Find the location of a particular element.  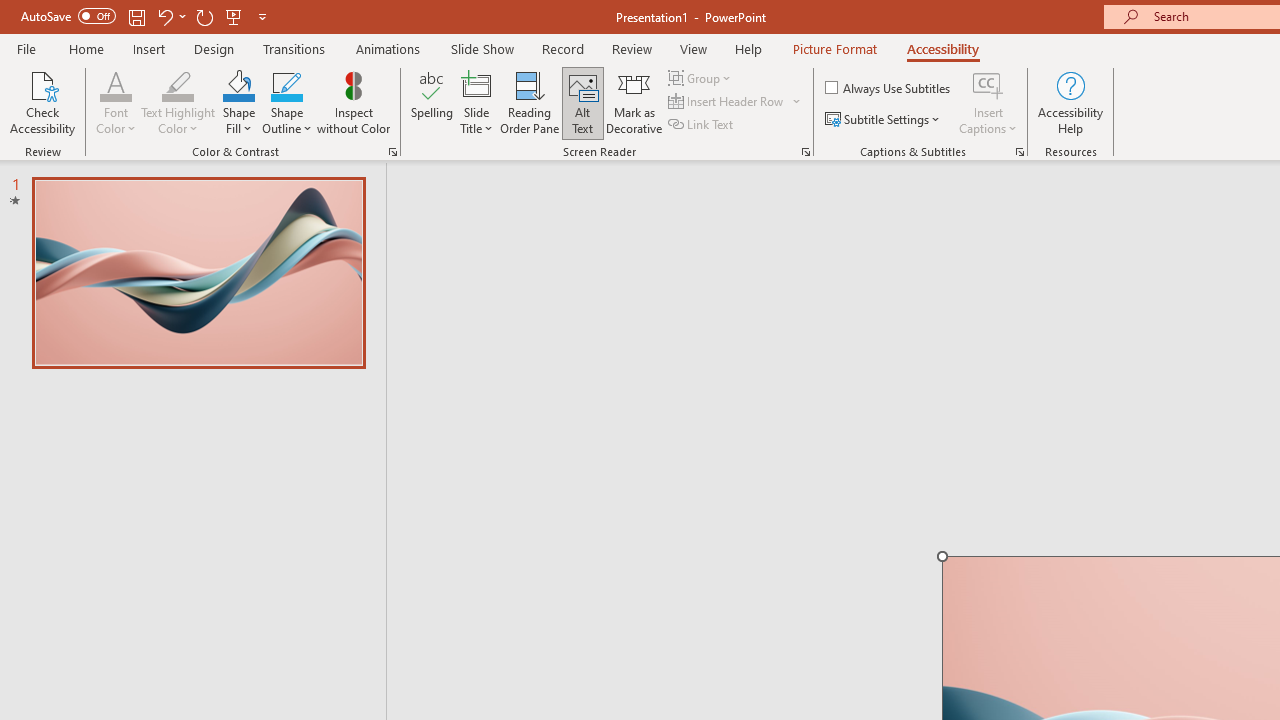

'Color & Contrast' is located at coordinates (392, 150).